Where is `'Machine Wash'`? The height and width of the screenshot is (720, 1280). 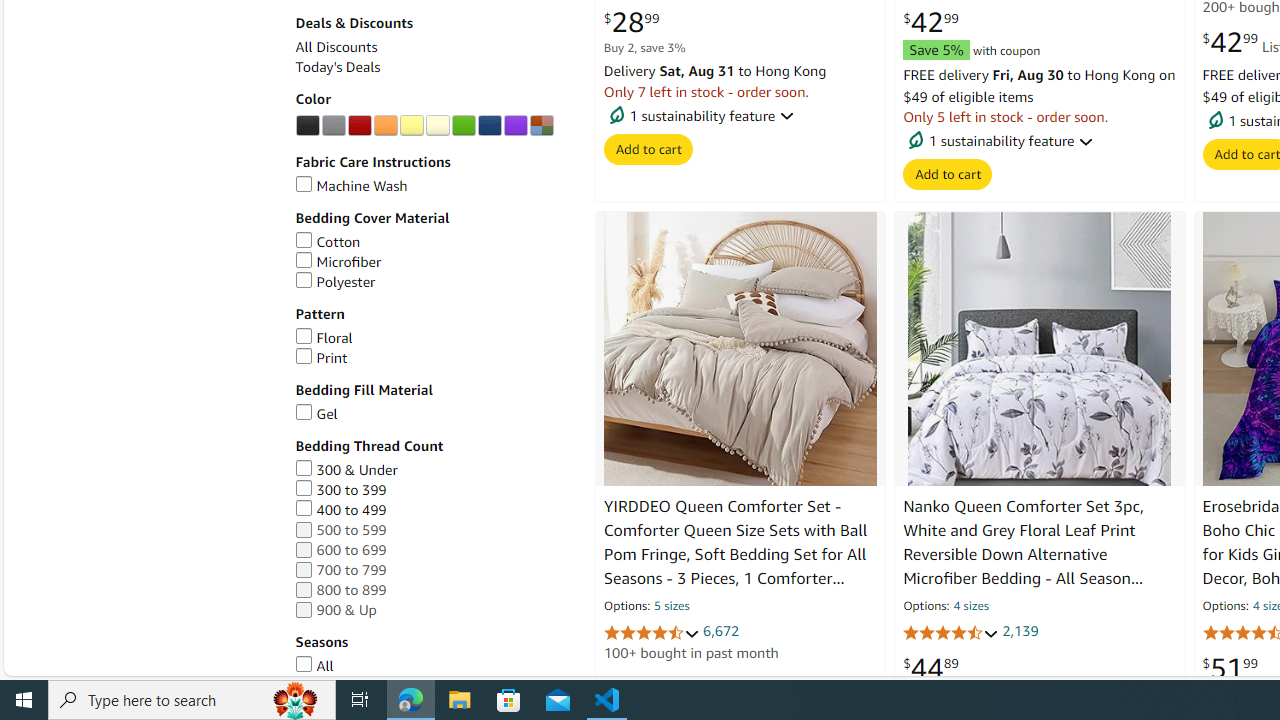 'Machine Wash' is located at coordinates (351, 185).